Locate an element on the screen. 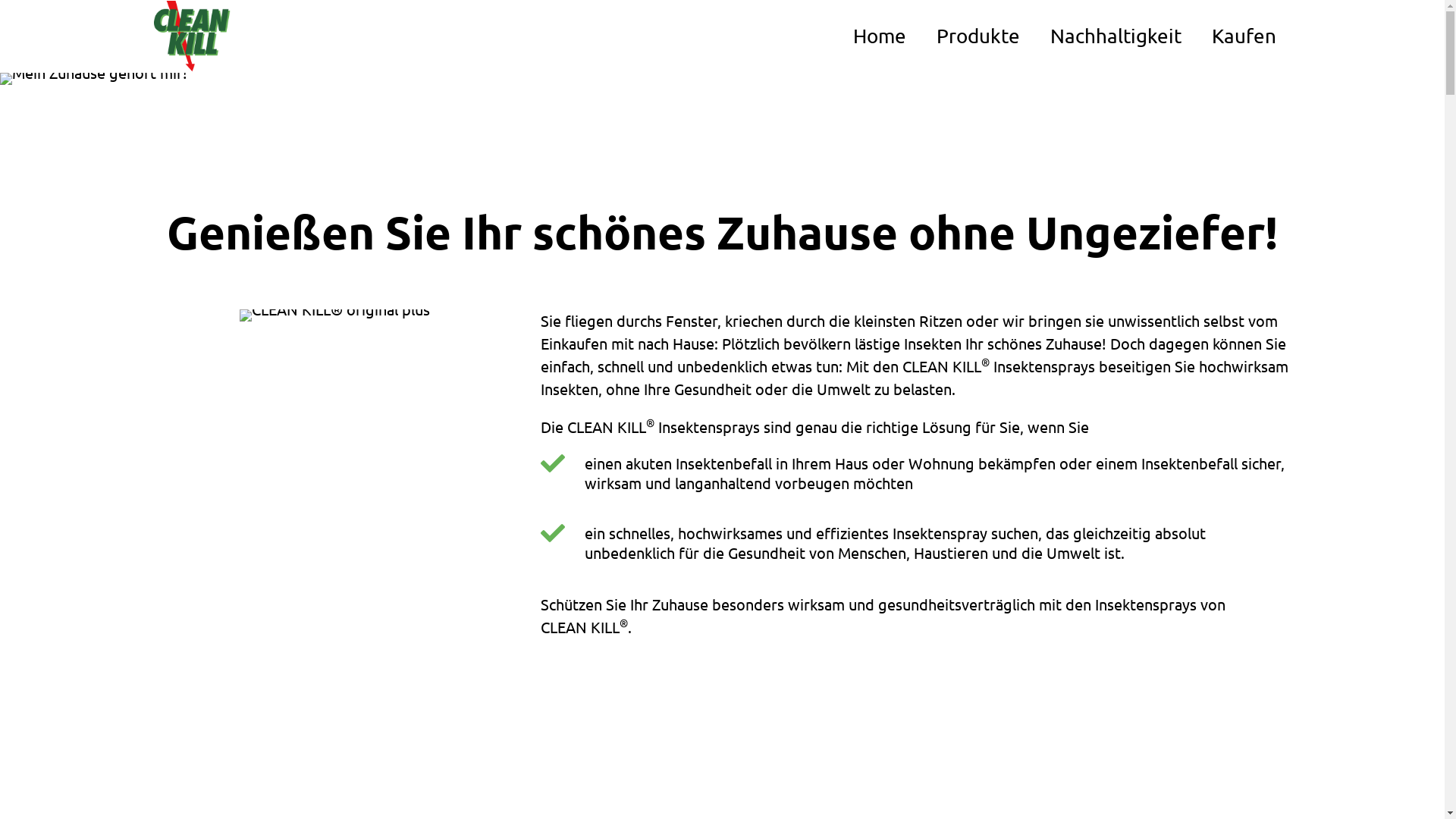 The height and width of the screenshot is (819, 1456). 'Kaufen' is located at coordinates (1196, 35).